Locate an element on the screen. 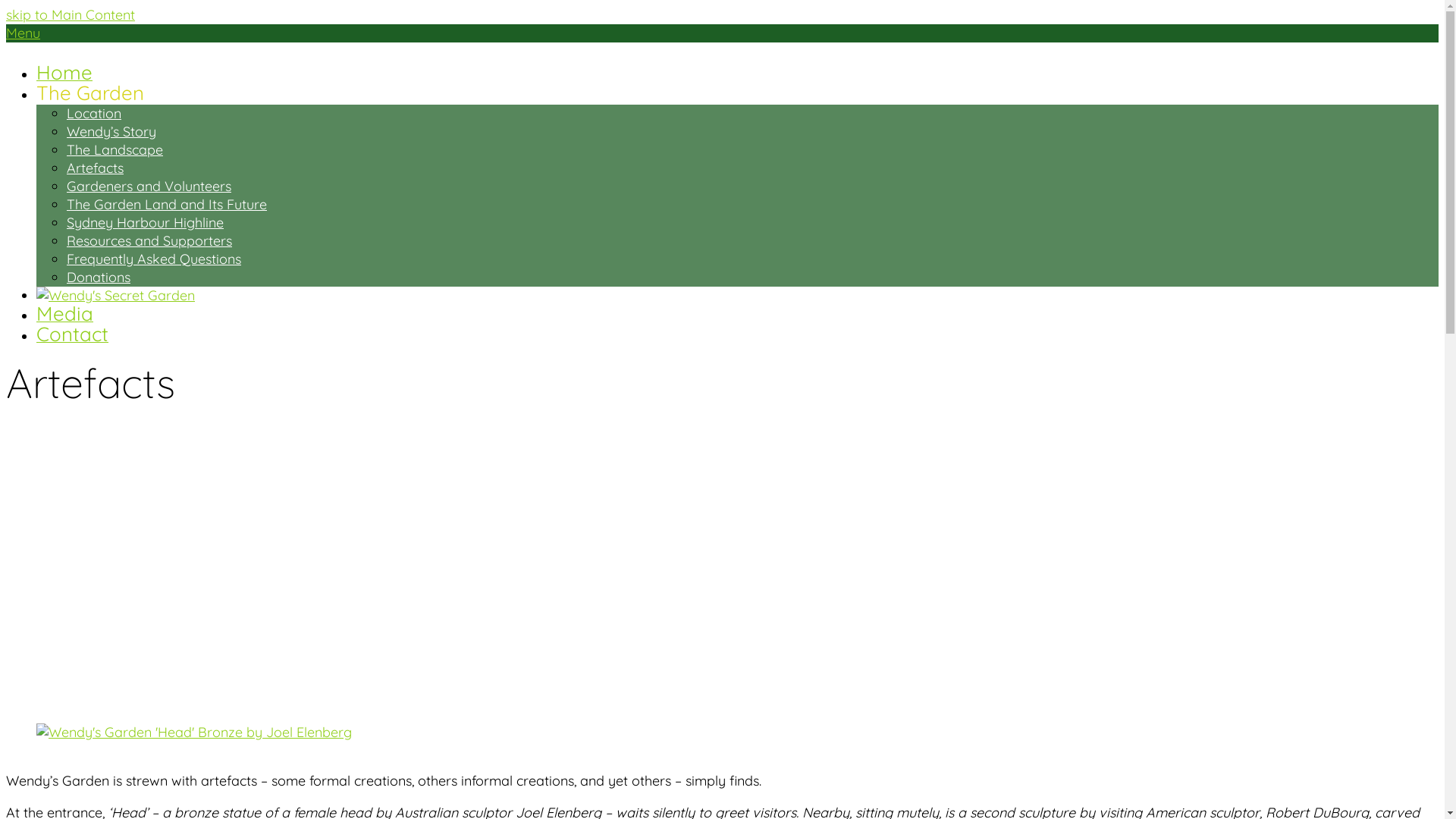 The width and height of the screenshot is (1456, 819). 'Menu' is located at coordinates (23, 33).